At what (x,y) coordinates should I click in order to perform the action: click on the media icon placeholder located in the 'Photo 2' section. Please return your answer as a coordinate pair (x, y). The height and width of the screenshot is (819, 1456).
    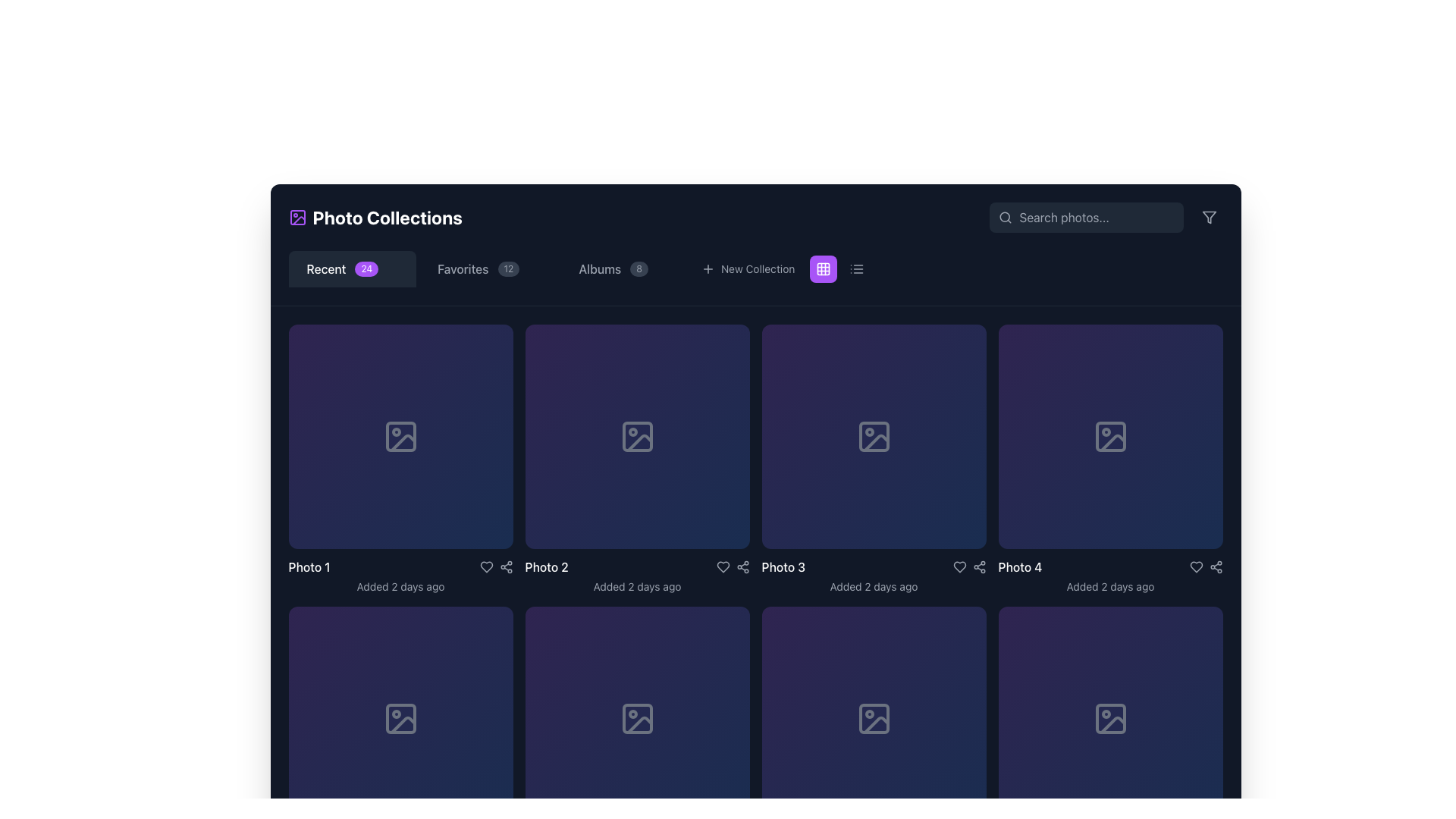
    Looking at the image, I should click on (637, 436).